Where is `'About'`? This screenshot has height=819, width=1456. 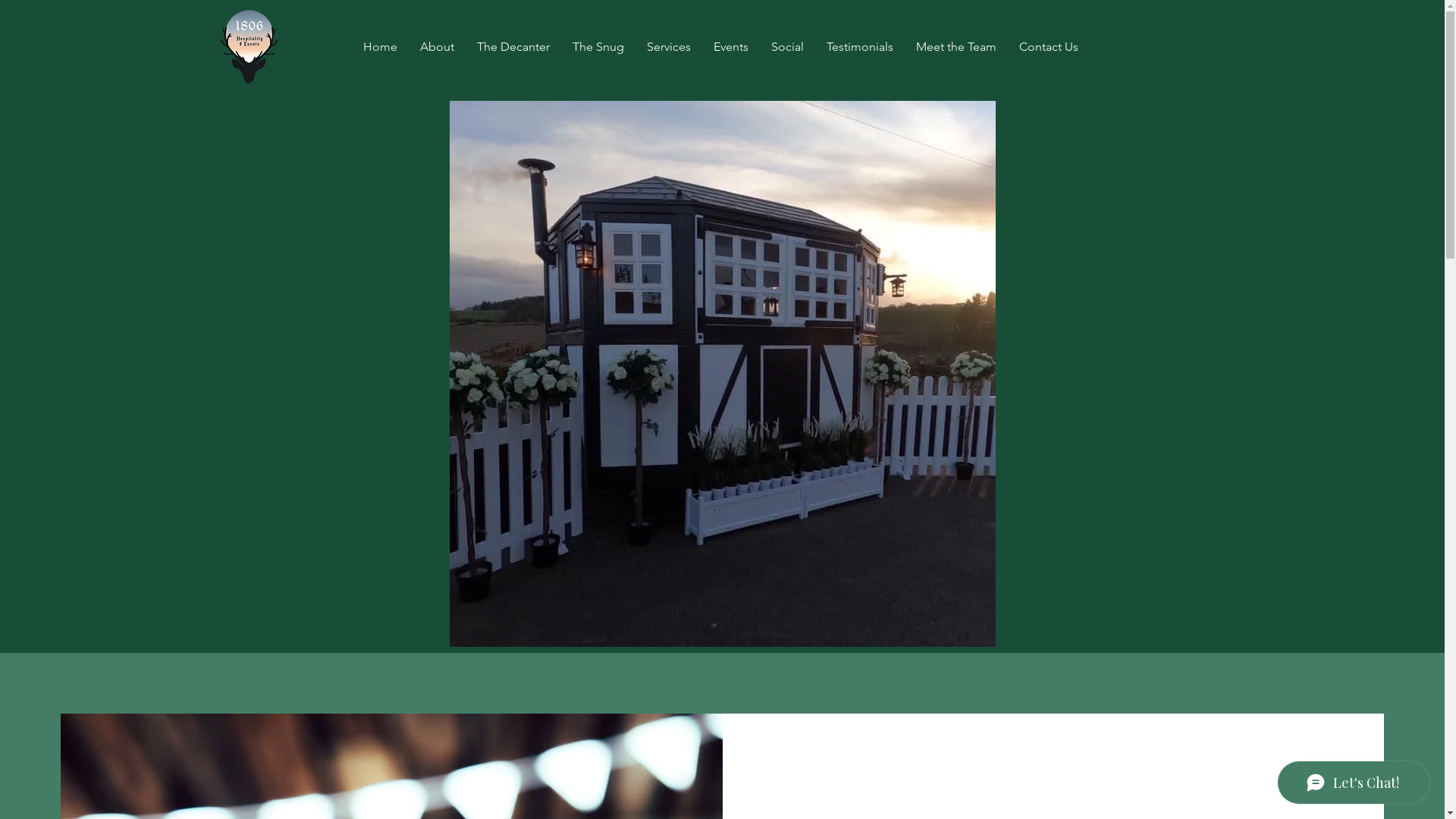
'About' is located at coordinates (435, 45).